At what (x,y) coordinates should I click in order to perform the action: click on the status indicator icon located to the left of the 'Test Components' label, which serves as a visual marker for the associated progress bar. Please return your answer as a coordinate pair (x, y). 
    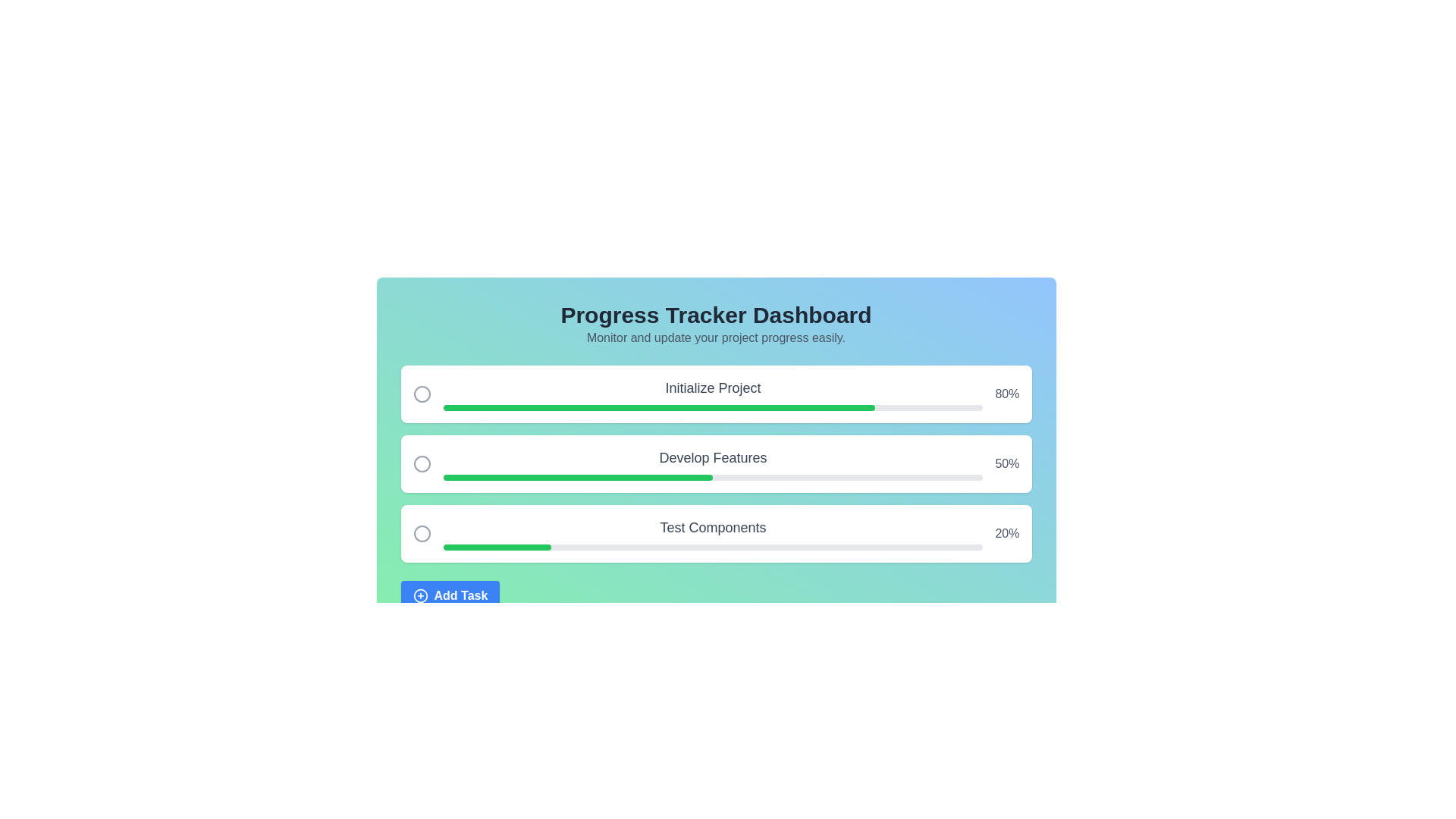
    Looking at the image, I should click on (422, 533).